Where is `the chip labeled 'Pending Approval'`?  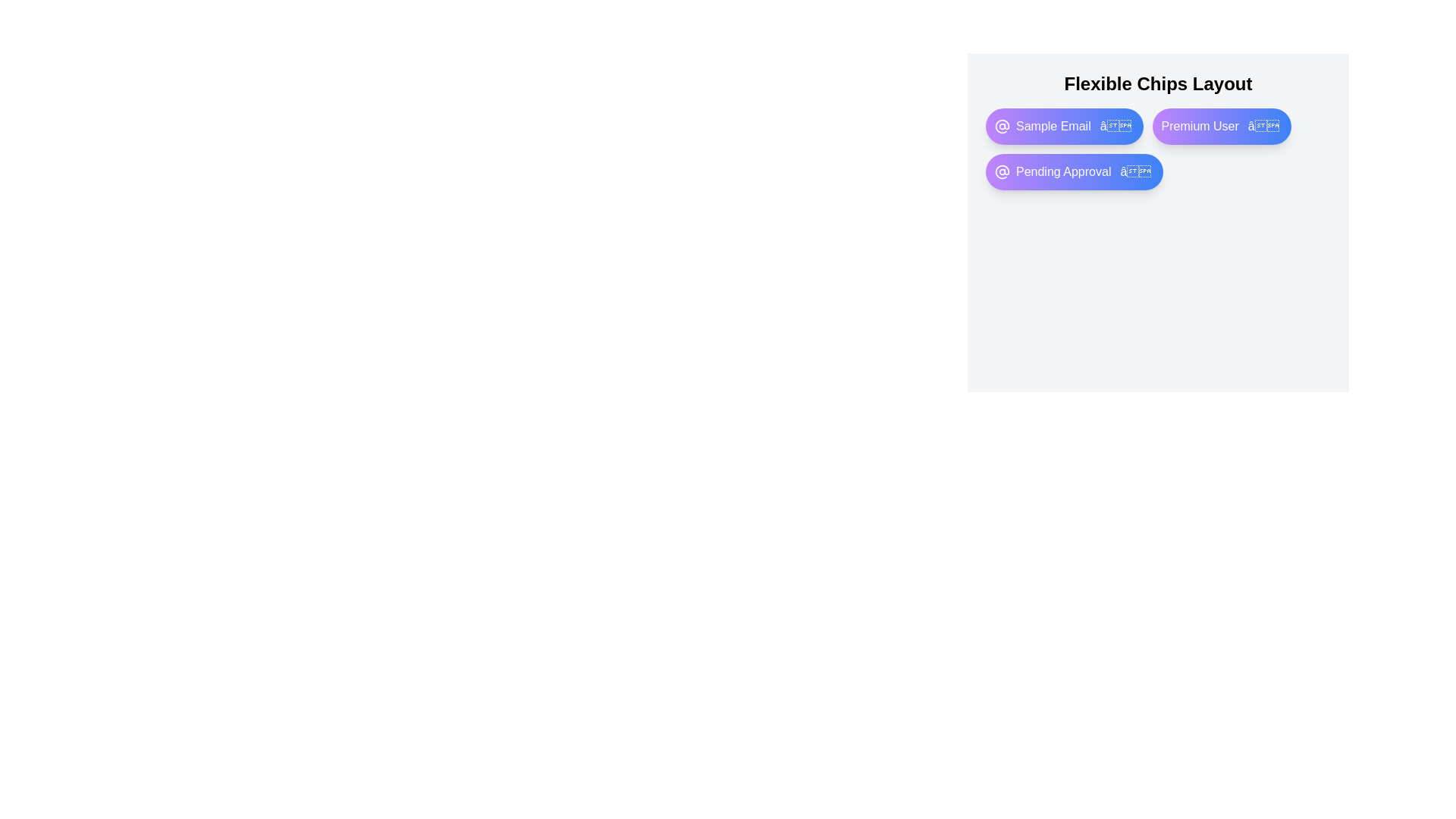
the chip labeled 'Pending Approval' is located at coordinates (1074, 171).